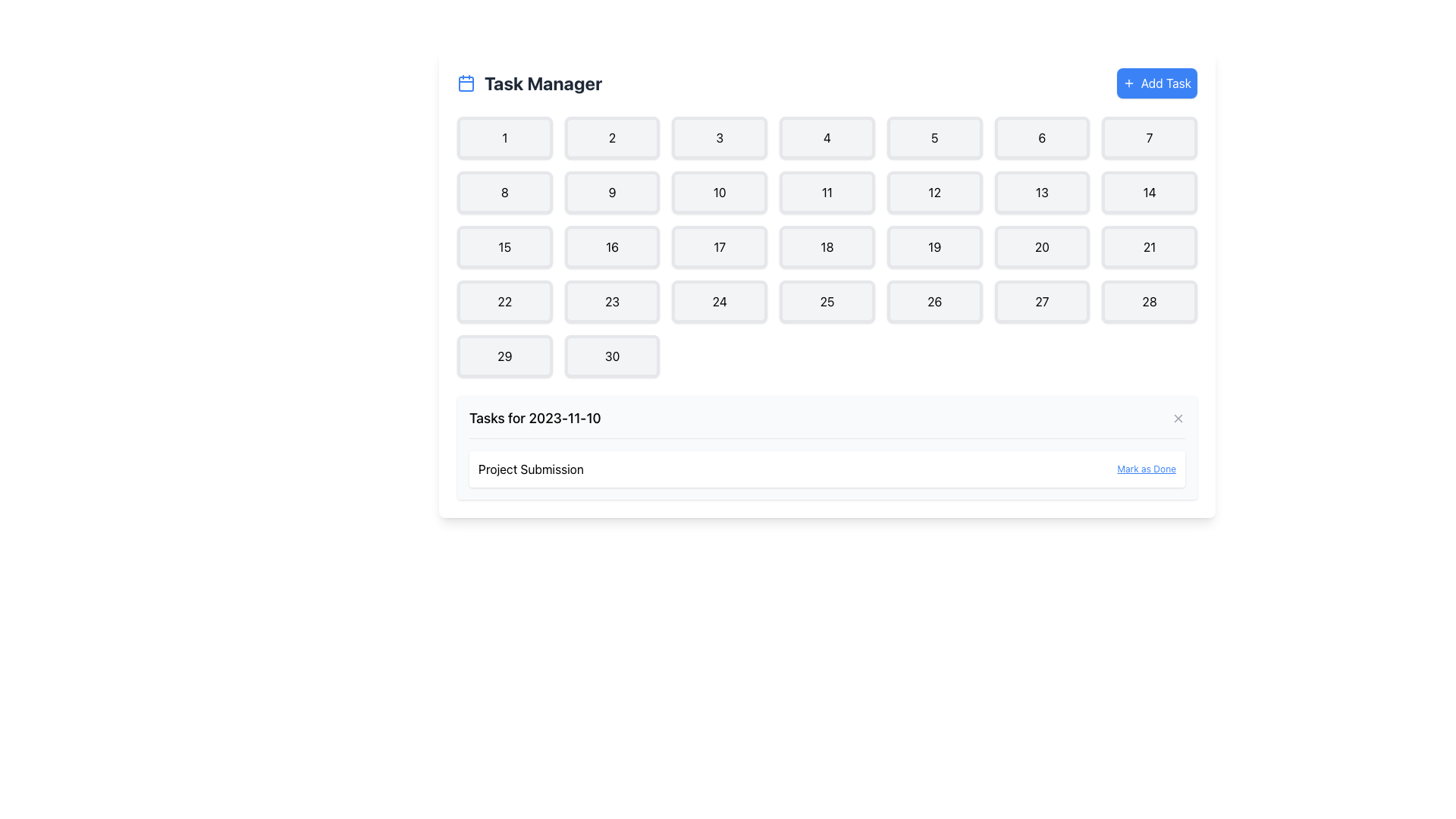 The height and width of the screenshot is (819, 1456). What do you see at coordinates (612, 192) in the screenshot?
I see `the button in the second row, second column of the calendar grid` at bounding box center [612, 192].